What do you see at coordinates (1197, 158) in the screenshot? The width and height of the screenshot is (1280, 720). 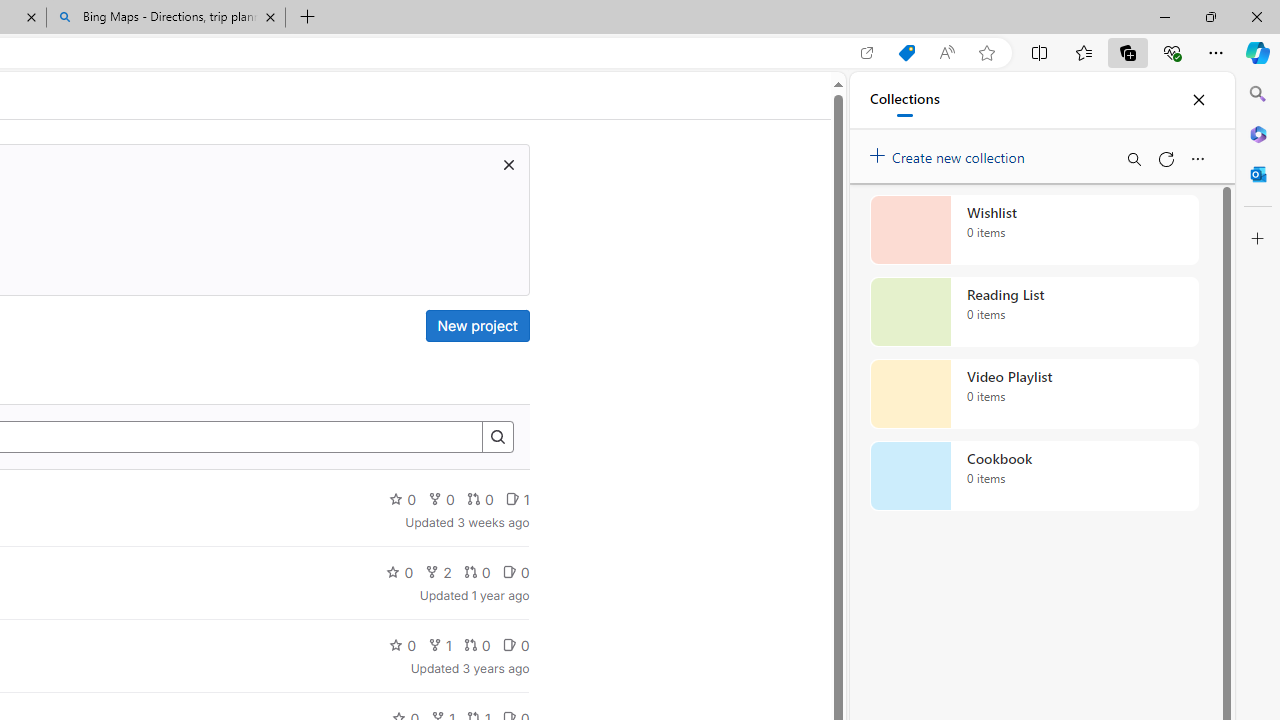 I see `'More options menu'` at bounding box center [1197, 158].